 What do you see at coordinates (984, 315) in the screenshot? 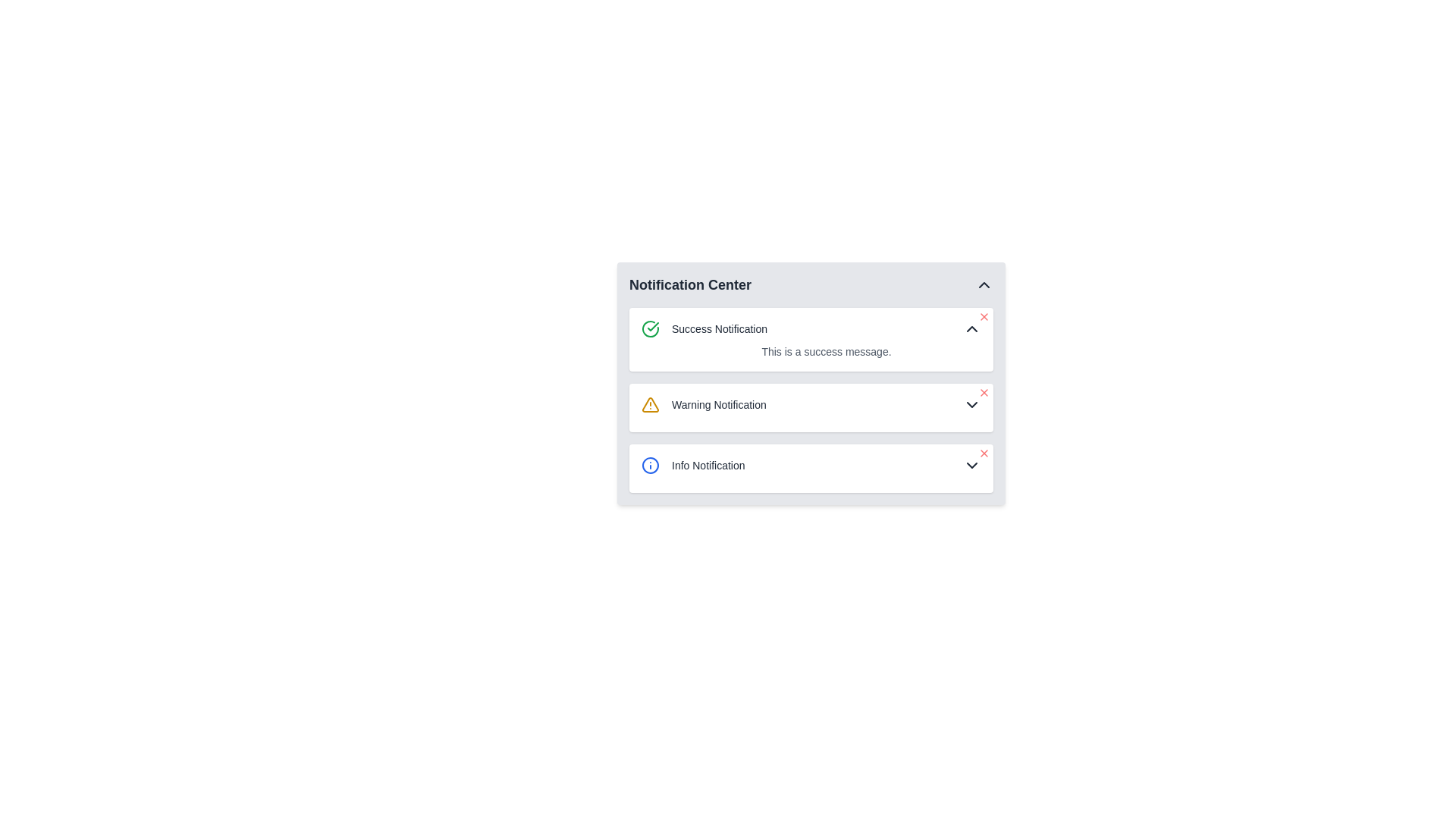
I see `the close button located at the top-right corner of the 'Success Notification'` at bounding box center [984, 315].